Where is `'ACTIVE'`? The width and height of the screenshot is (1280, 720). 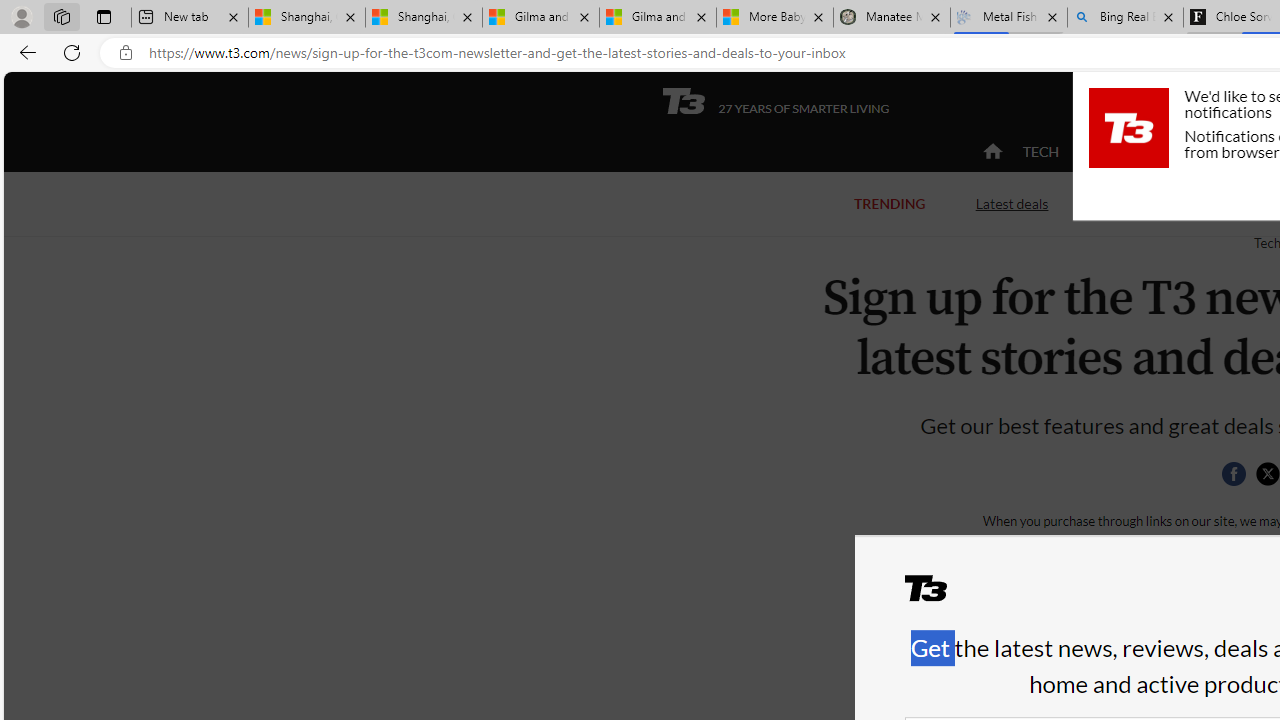
'ACTIVE' is located at coordinates (1124, 150).